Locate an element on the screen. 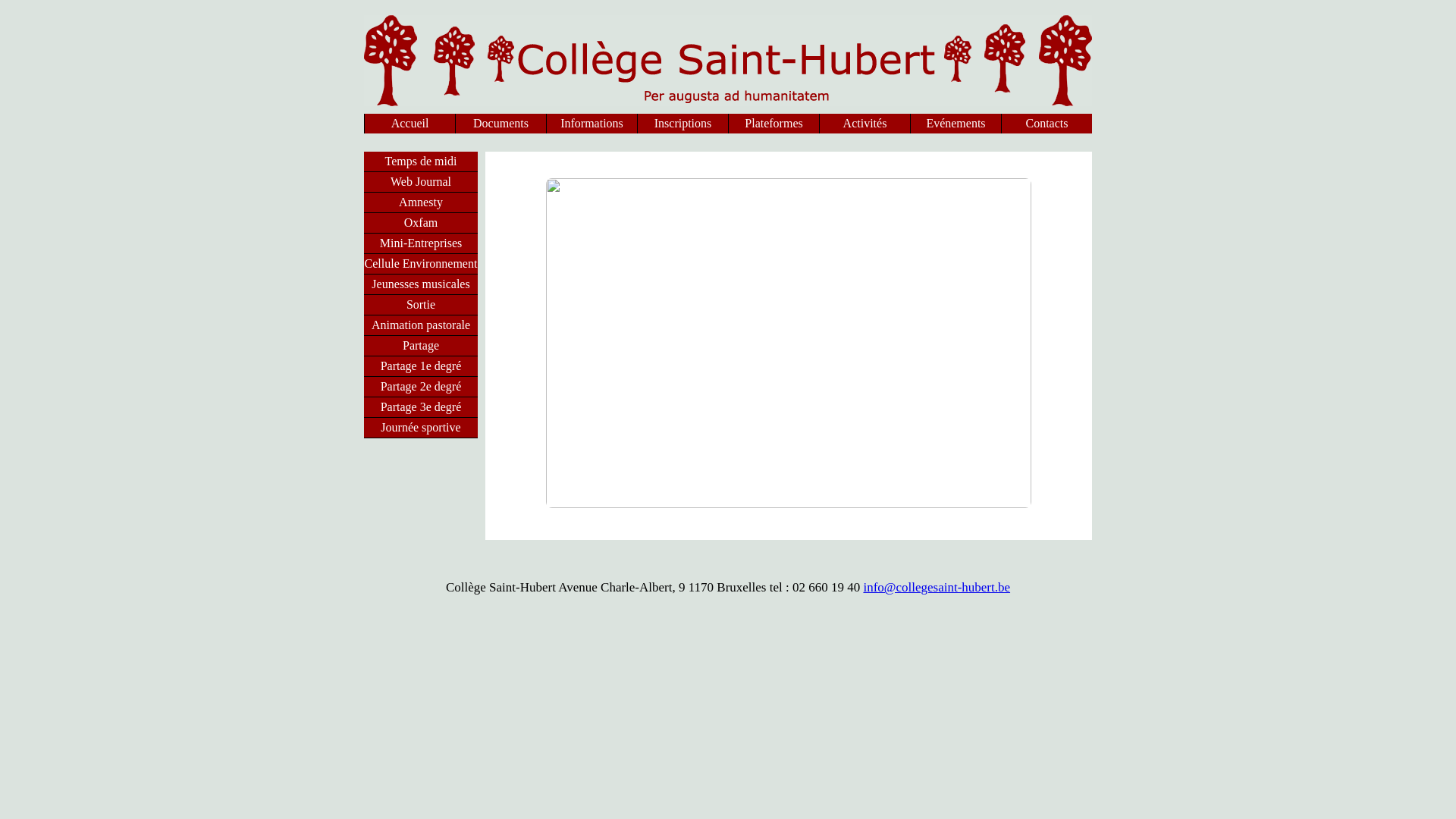 The image size is (1456, 819). 'Plateformes' is located at coordinates (773, 122).